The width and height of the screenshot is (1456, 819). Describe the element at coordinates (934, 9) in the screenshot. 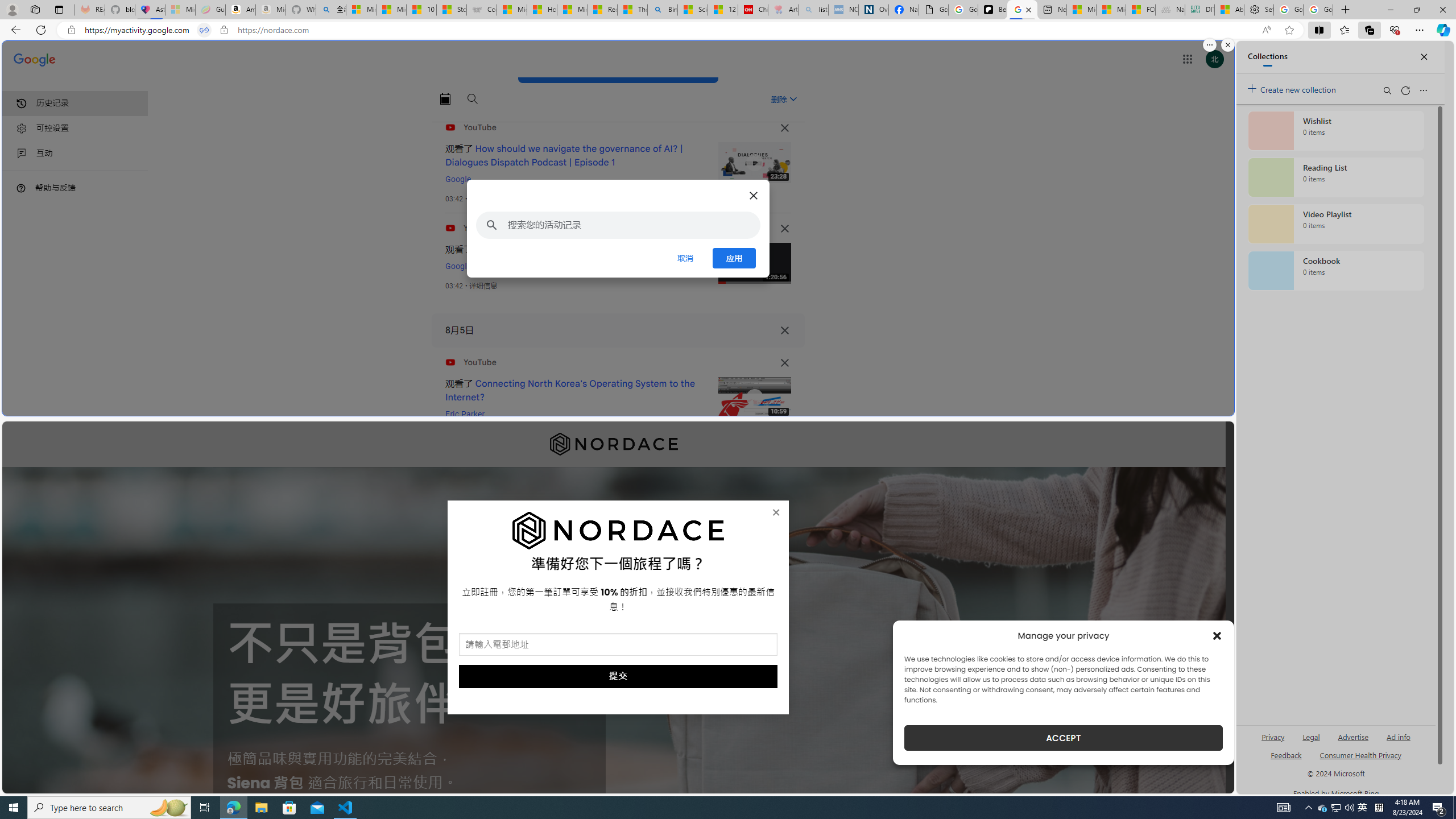

I see `'Google Analytics Opt-out Browser Add-on Download Page'` at that location.